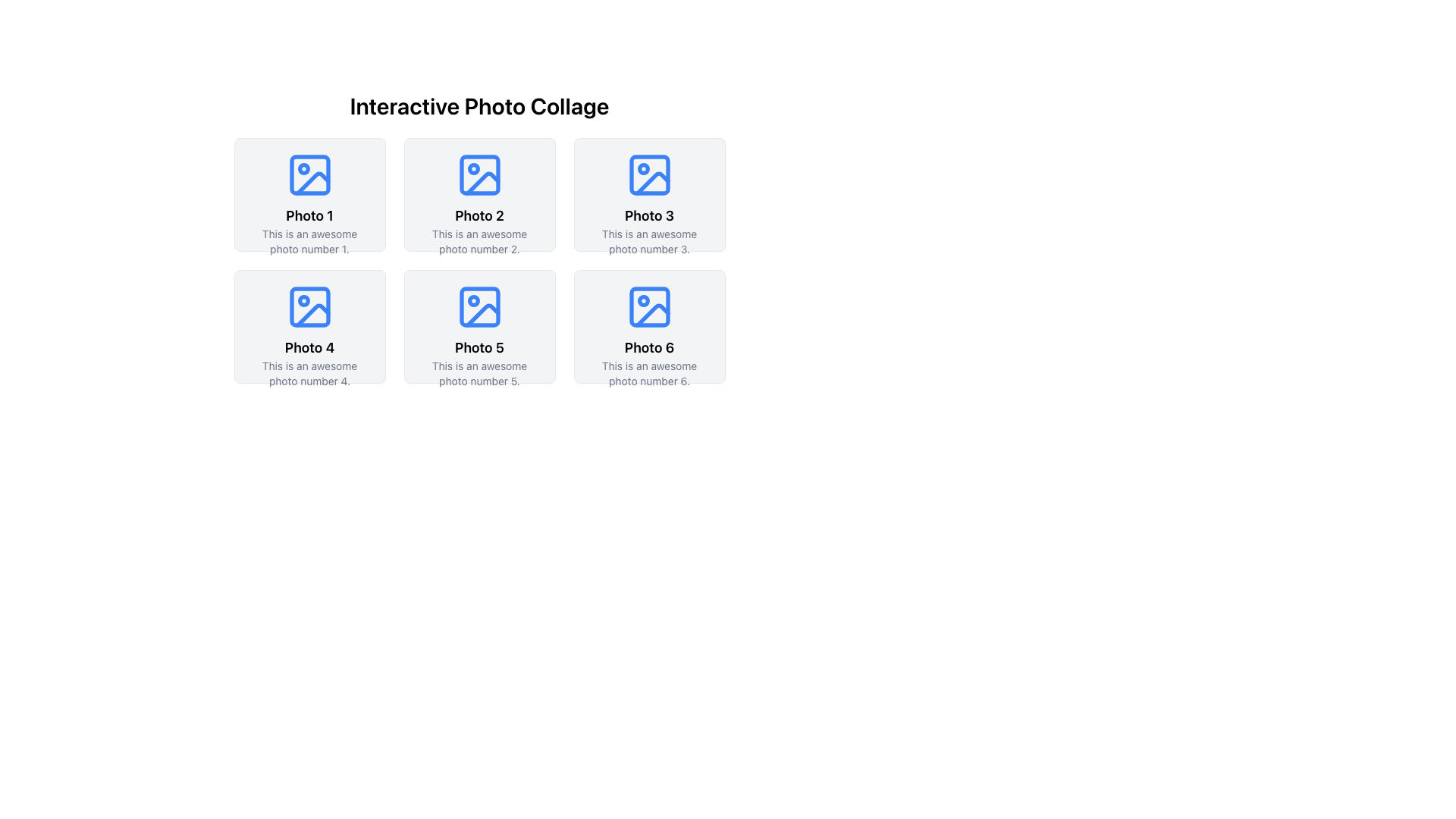 Image resolution: width=1456 pixels, height=819 pixels. Describe the element at coordinates (479, 241) in the screenshot. I see `text from the text label that states 'This is an awesome photo number 2.' This label is styled with a small gray font and is positioned below 'Photo 2'` at that location.